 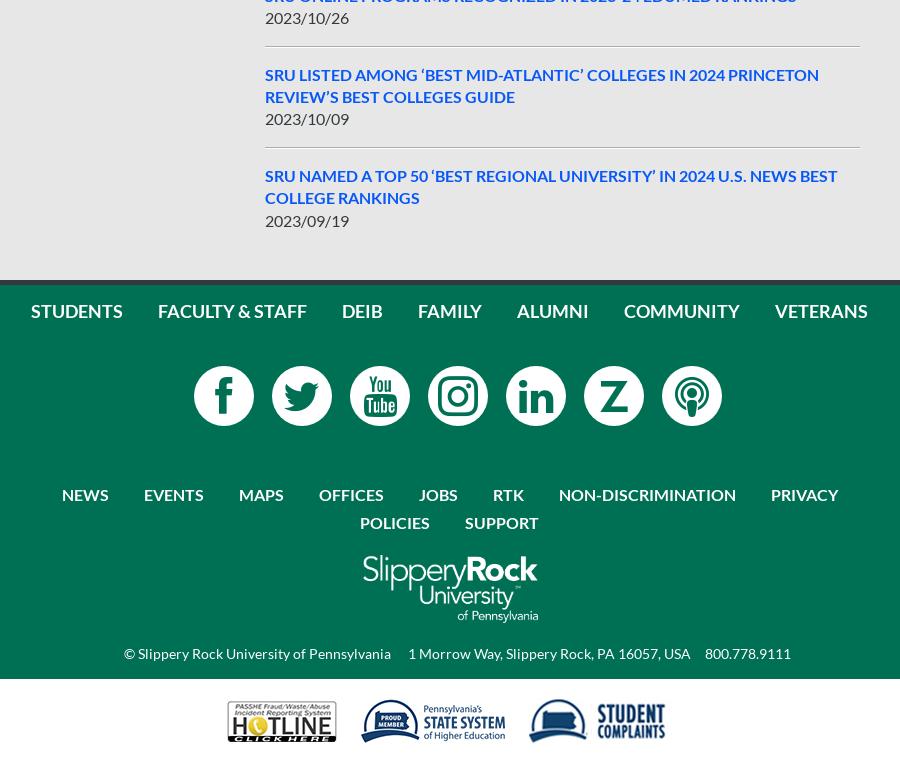 What do you see at coordinates (746, 651) in the screenshot?
I see `'800.778.9111'` at bounding box center [746, 651].